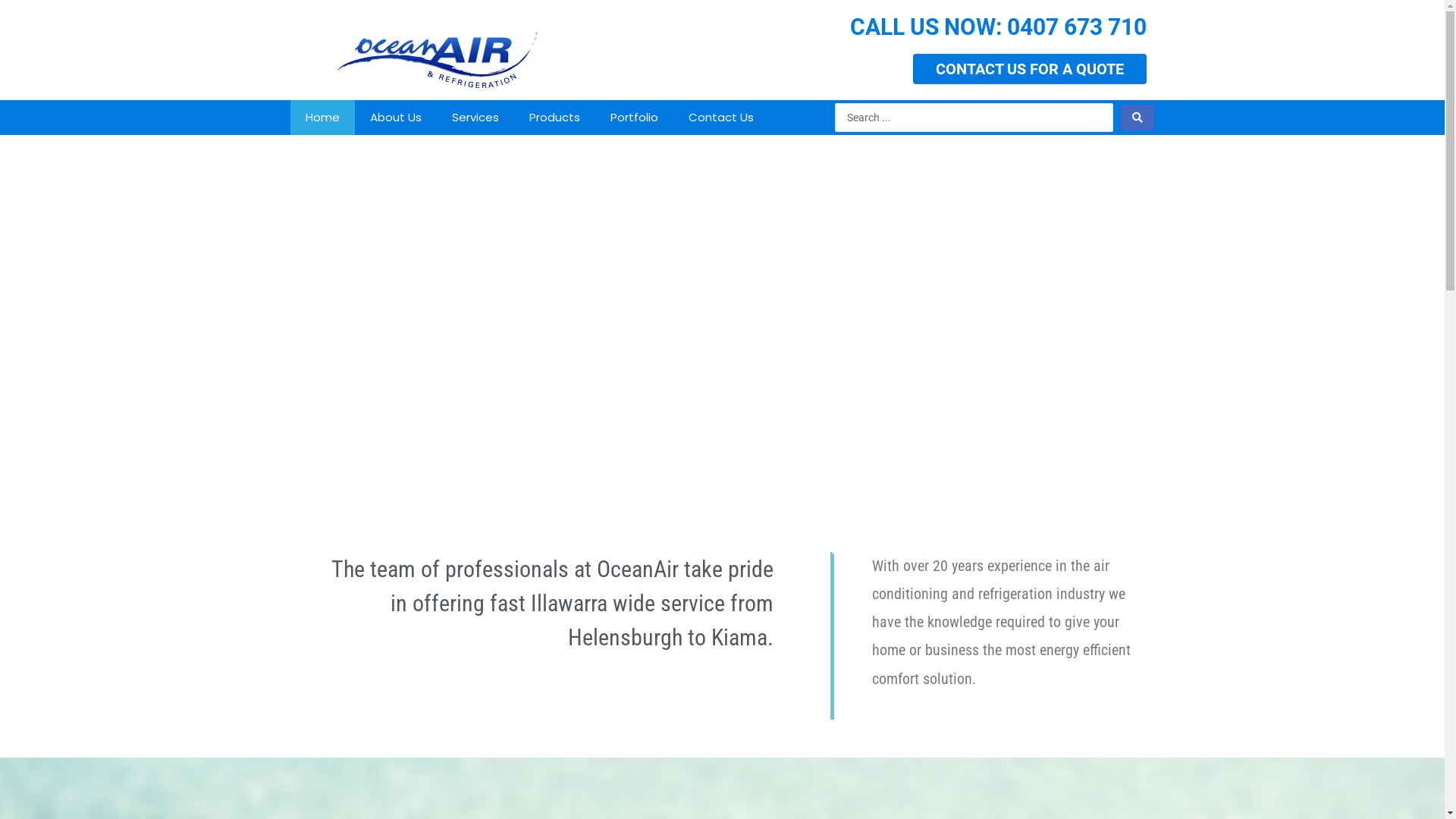 The height and width of the screenshot is (819, 1456). Describe the element at coordinates (593, 116) in the screenshot. I see `'Portfolio'` at that location.